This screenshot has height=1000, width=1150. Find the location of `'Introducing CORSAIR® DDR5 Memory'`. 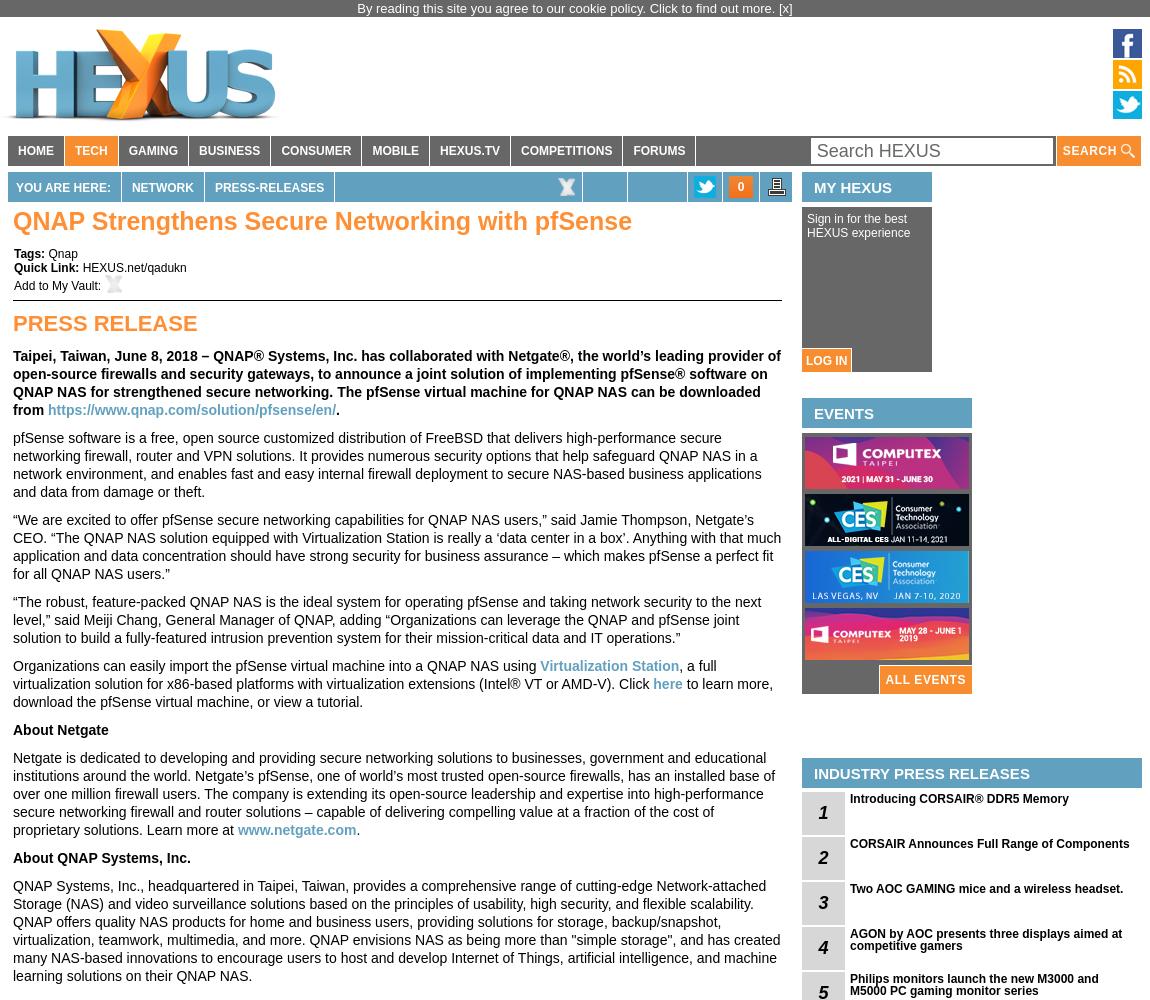

'Introducing CORSAIR® DDR5 Memory' is located at coordinates (958, 799).